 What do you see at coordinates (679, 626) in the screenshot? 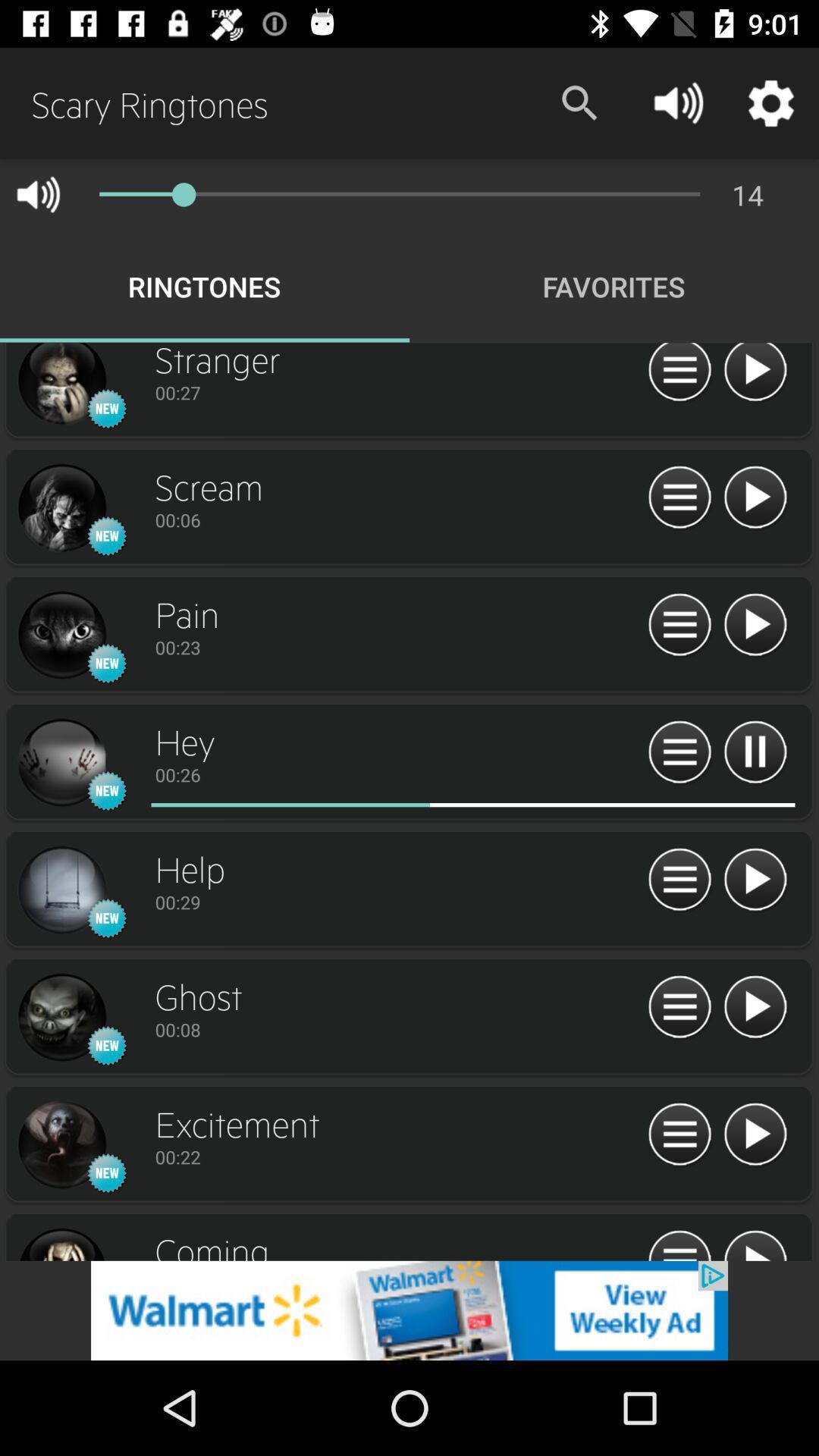
I see `music player` at bounding box center [679, 626].